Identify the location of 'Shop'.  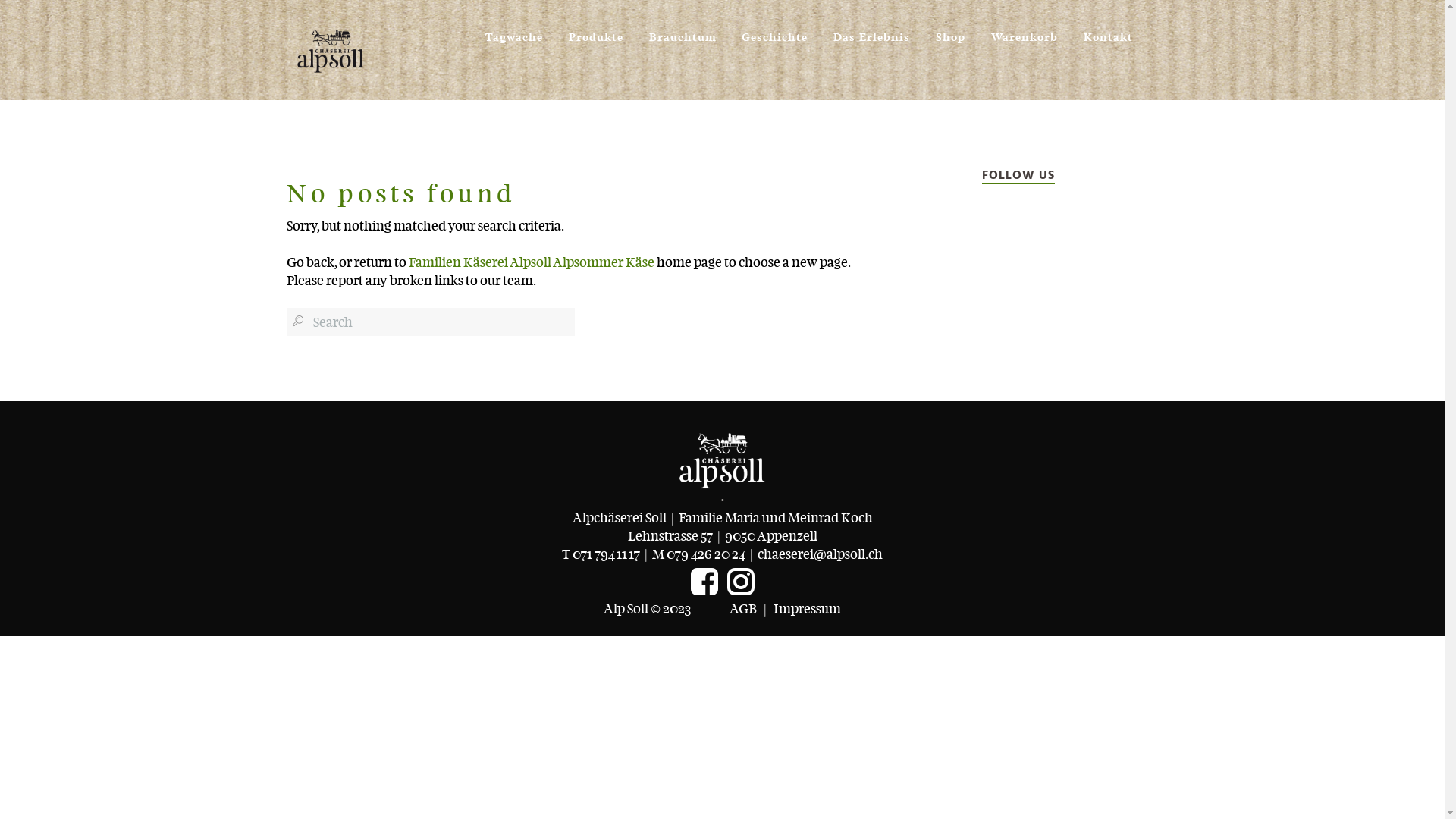
(949, 30).